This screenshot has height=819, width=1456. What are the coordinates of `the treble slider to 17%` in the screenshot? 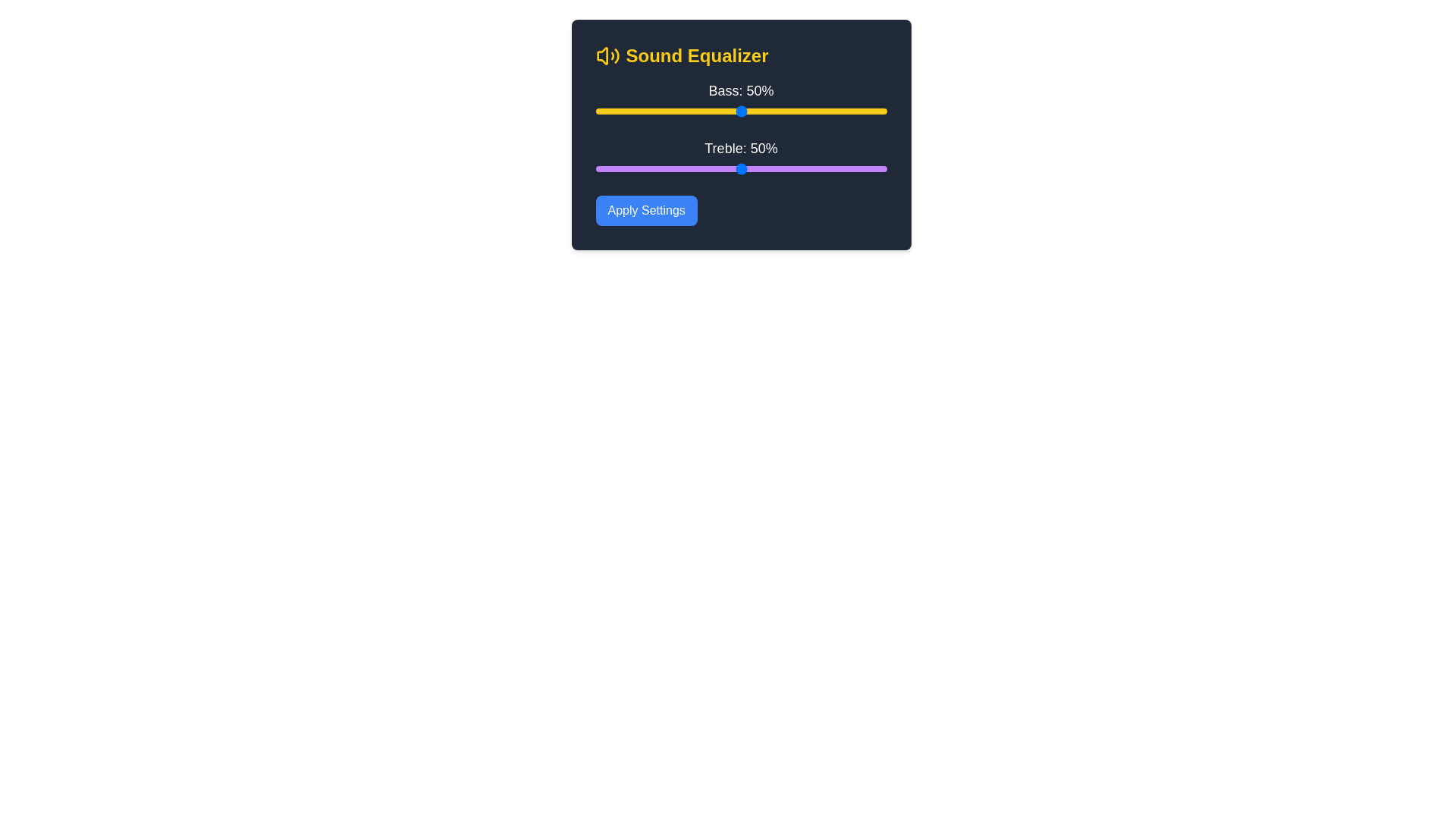 It's located at (645, 169).